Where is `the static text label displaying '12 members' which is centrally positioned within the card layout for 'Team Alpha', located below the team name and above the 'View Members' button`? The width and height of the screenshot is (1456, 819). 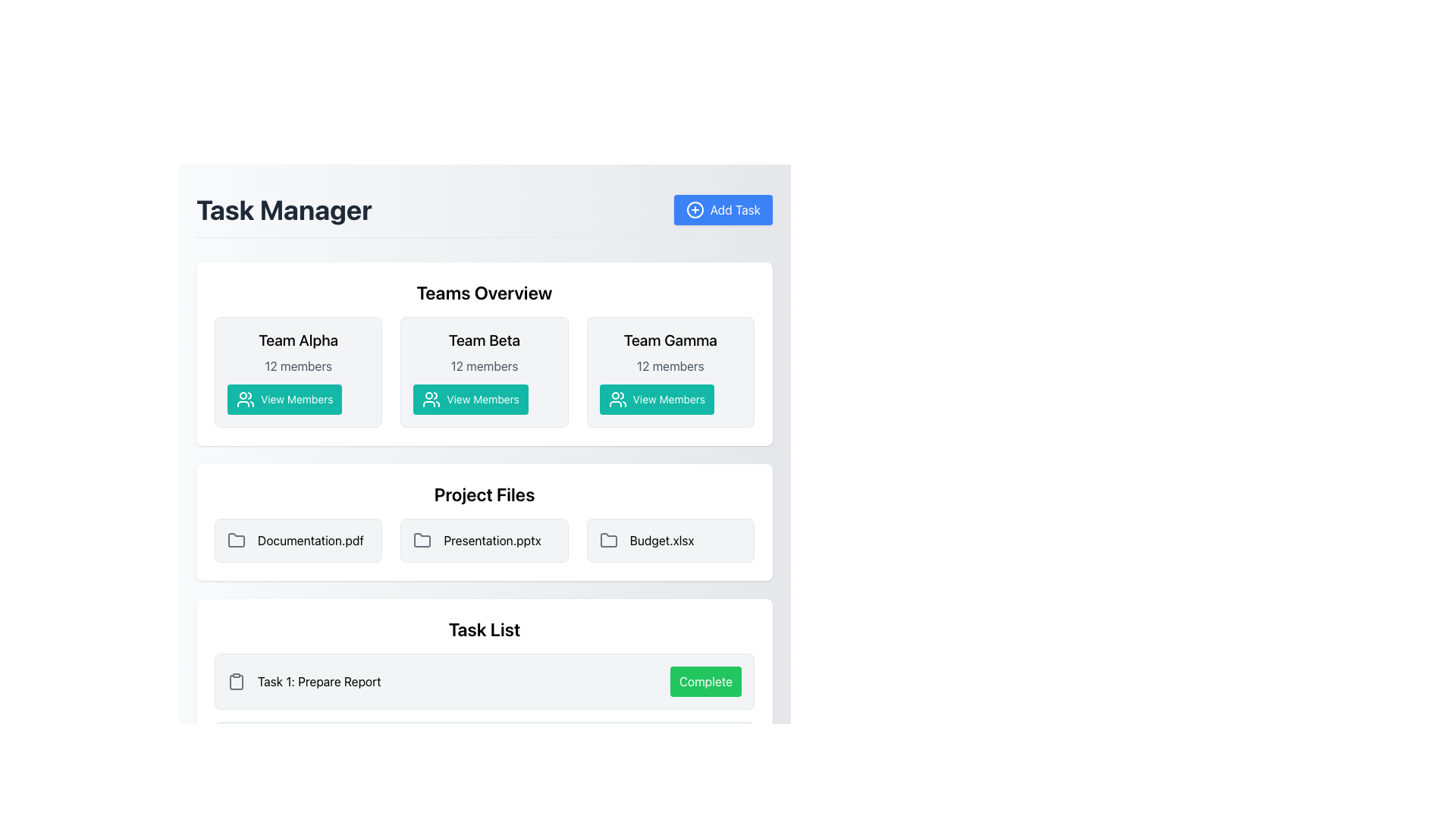 the static text label displaying '12 members' which is centrally positioned within the card layout for 'Team Alpha', located below the team name and above the 'View Members' button is located at coordinates (298, 366).